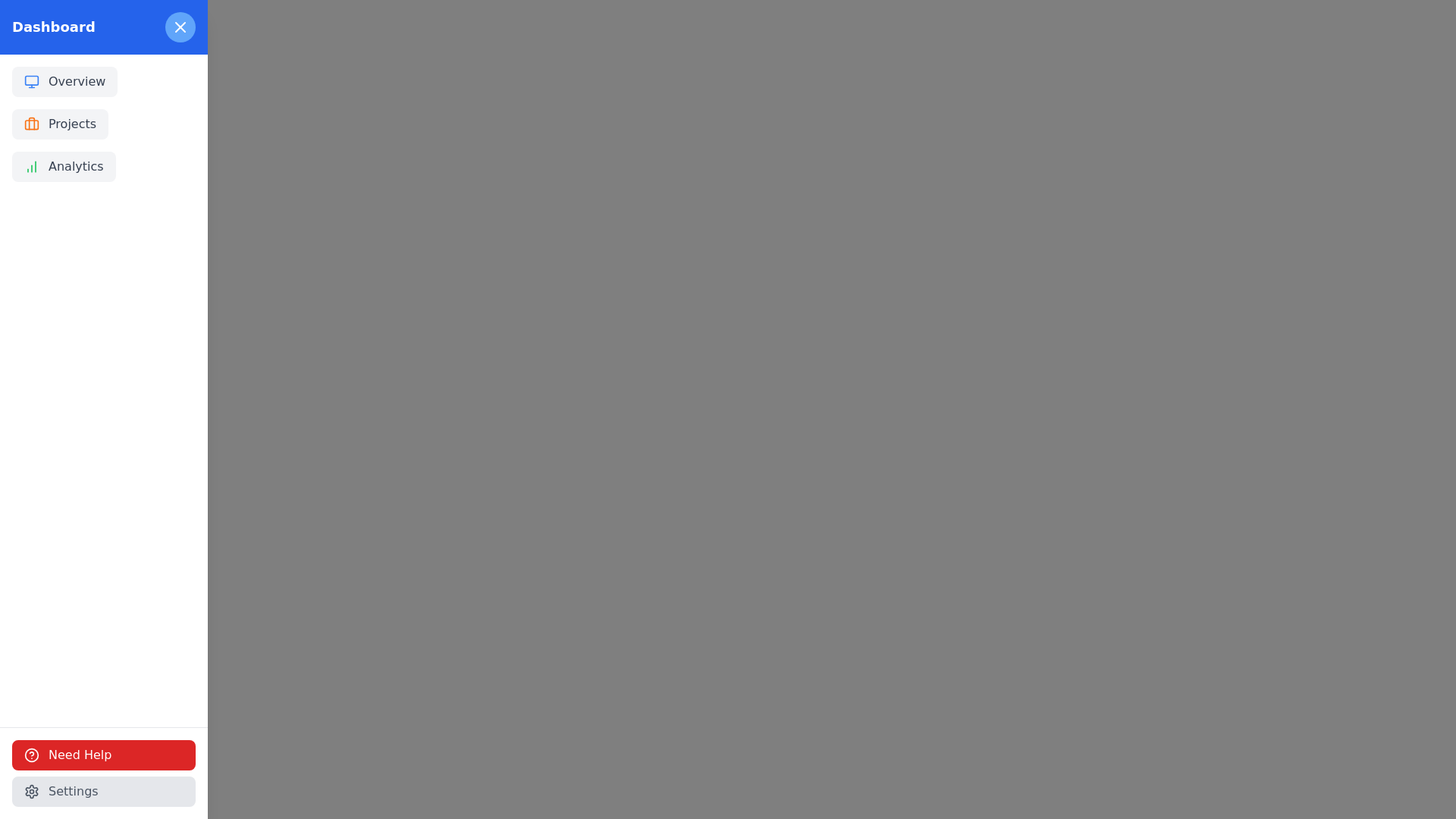 Image resolution: width=1456 pixels, height=819 pixels. Describe the element at coordinates (32, 791) in the screenshot. I see `the gear-shaped settings icon located in the bottom-left corner of the interface, beneath the 'Need Help' button` at that location.